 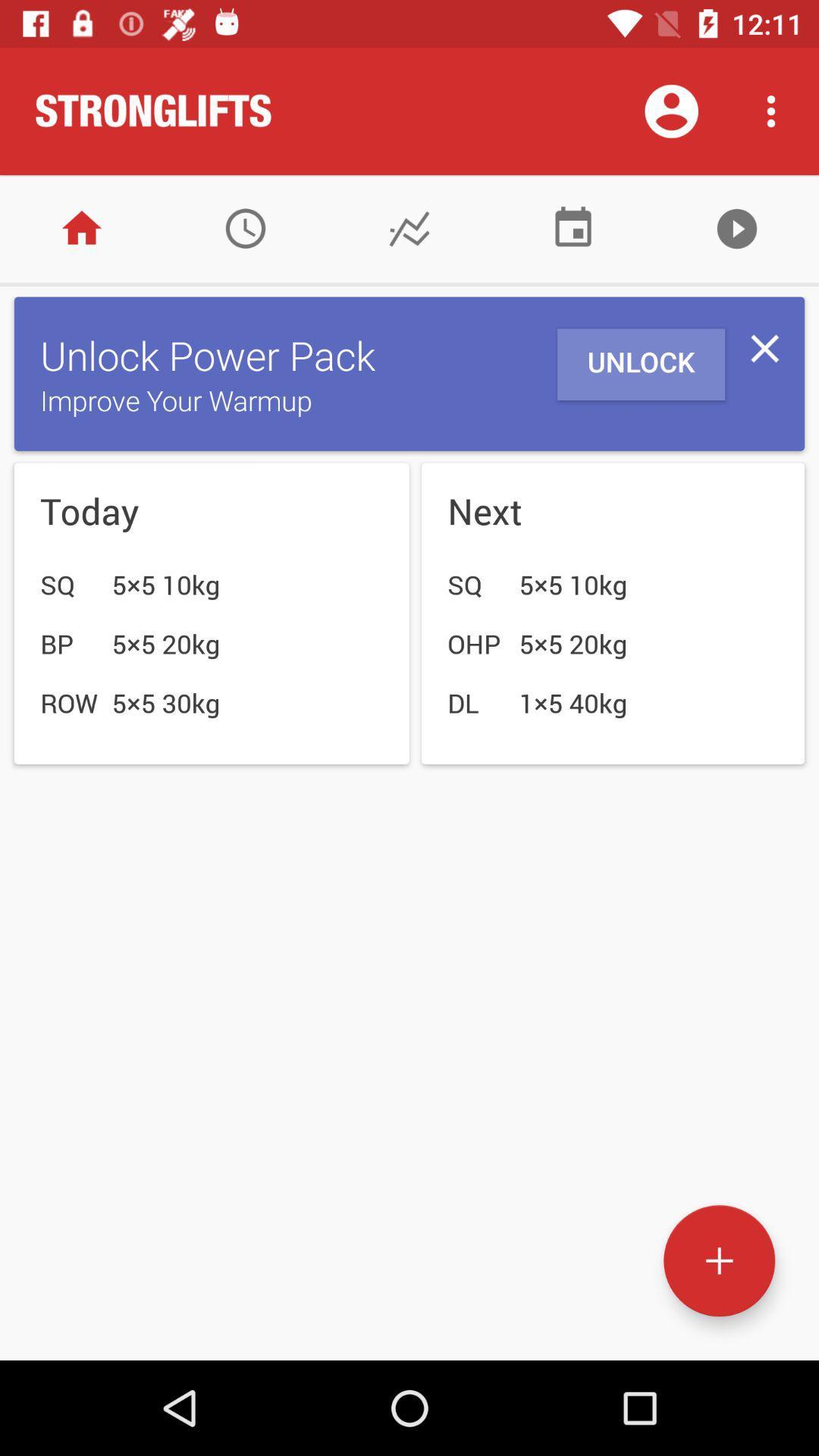 What do you see at coordinates (82, 227) in the screenshot?
I see `home screen` at bounding box center [82, 227].